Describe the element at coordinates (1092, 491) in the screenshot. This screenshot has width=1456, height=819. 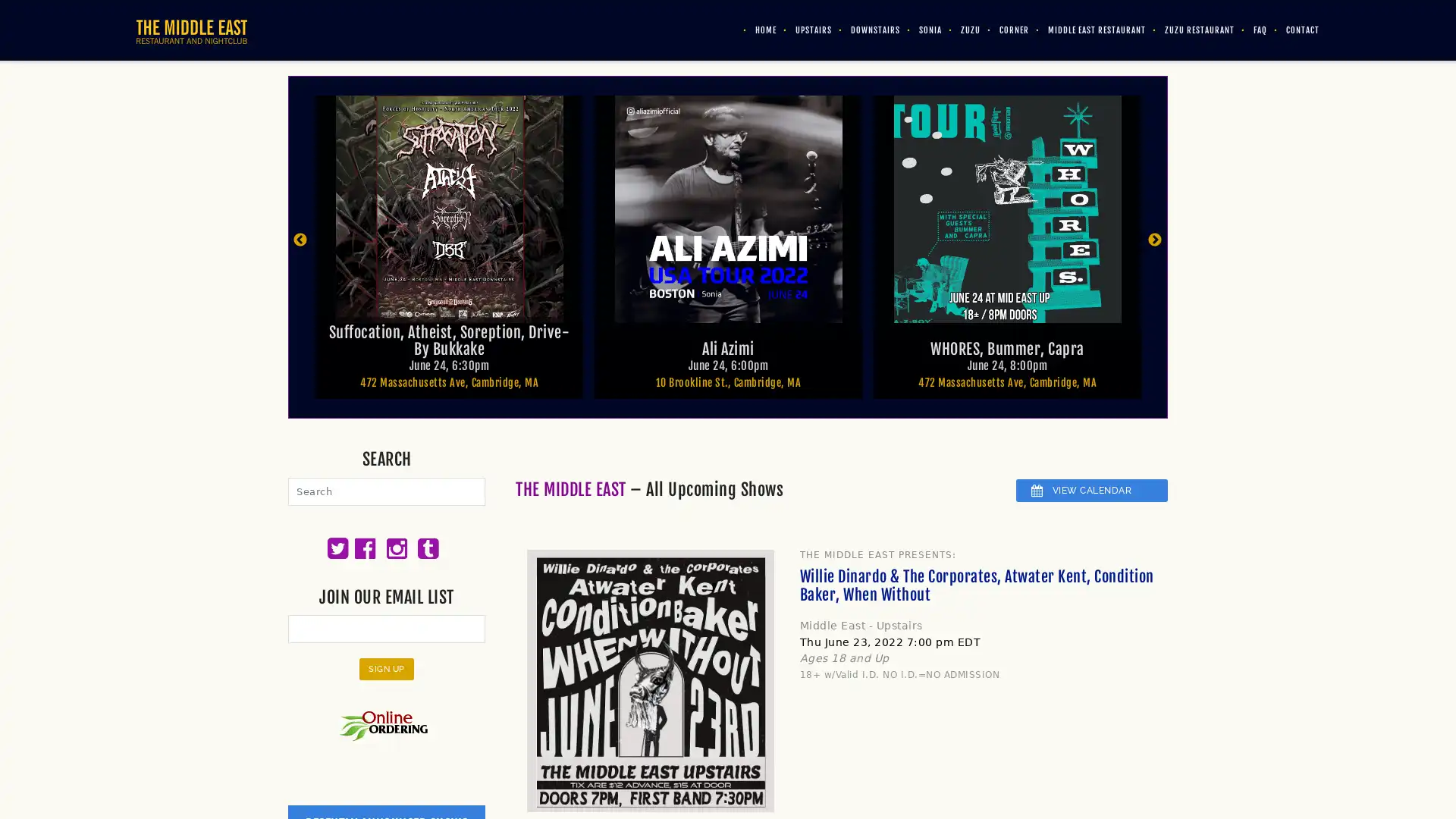
I see `VIEW CALENDAR` at that location.